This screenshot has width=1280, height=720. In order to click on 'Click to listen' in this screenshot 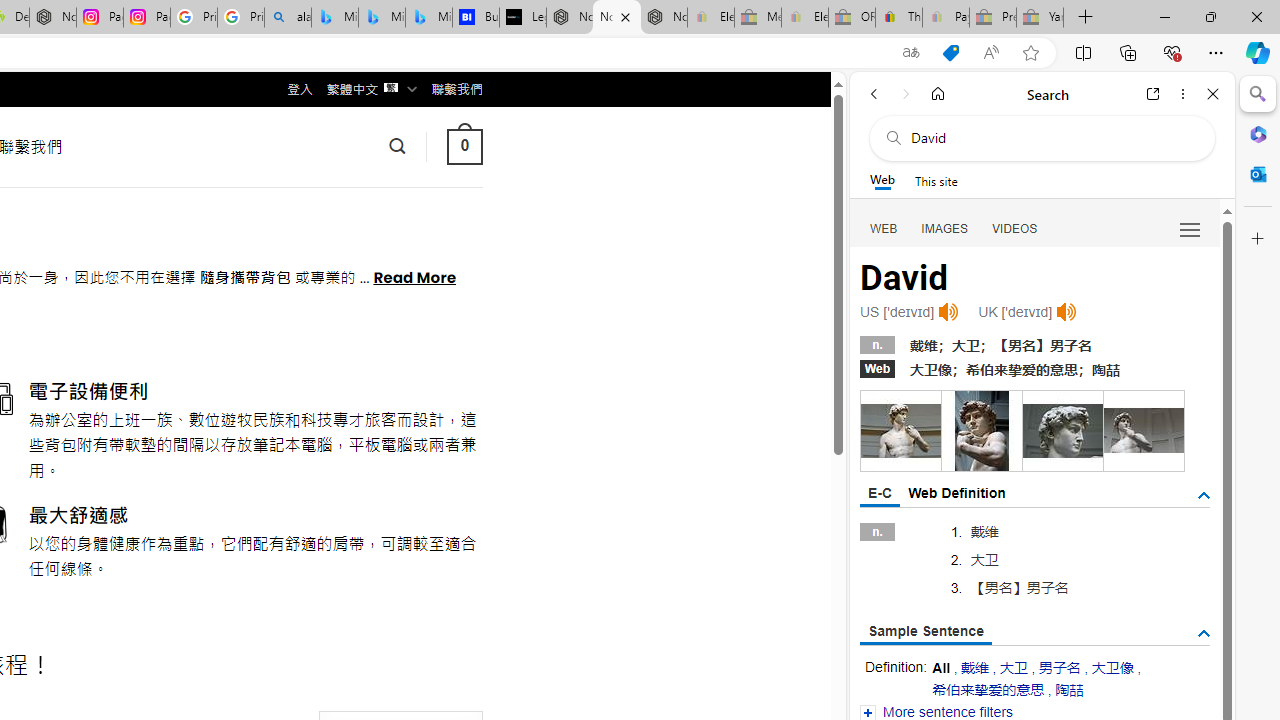, I will do `click(1065, 312)`.